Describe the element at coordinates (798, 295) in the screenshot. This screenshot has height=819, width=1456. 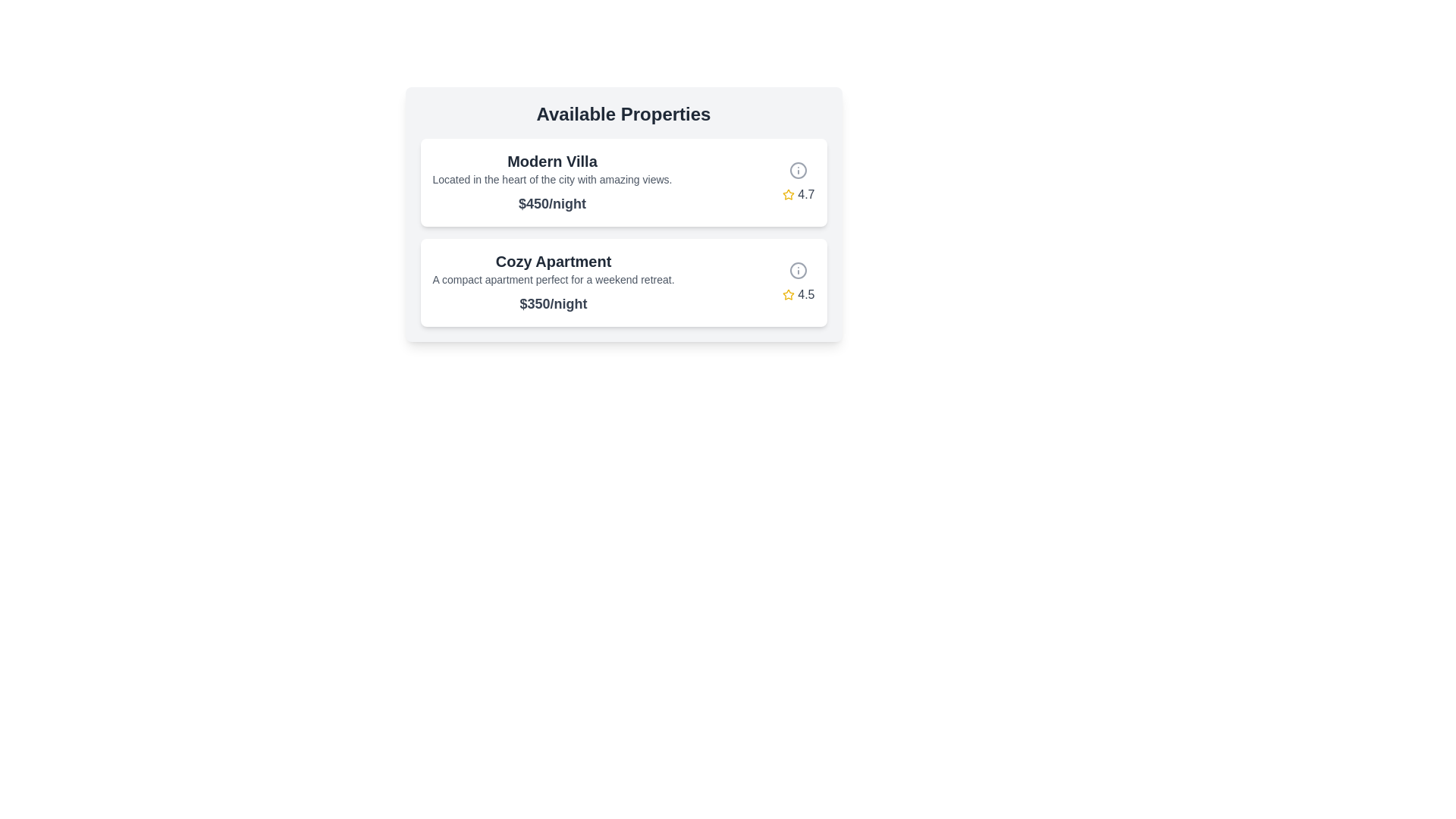
I see `rating value displayed in the star rating of the 'Cozy Apartment', which shows a score of '4.5'` at that location.